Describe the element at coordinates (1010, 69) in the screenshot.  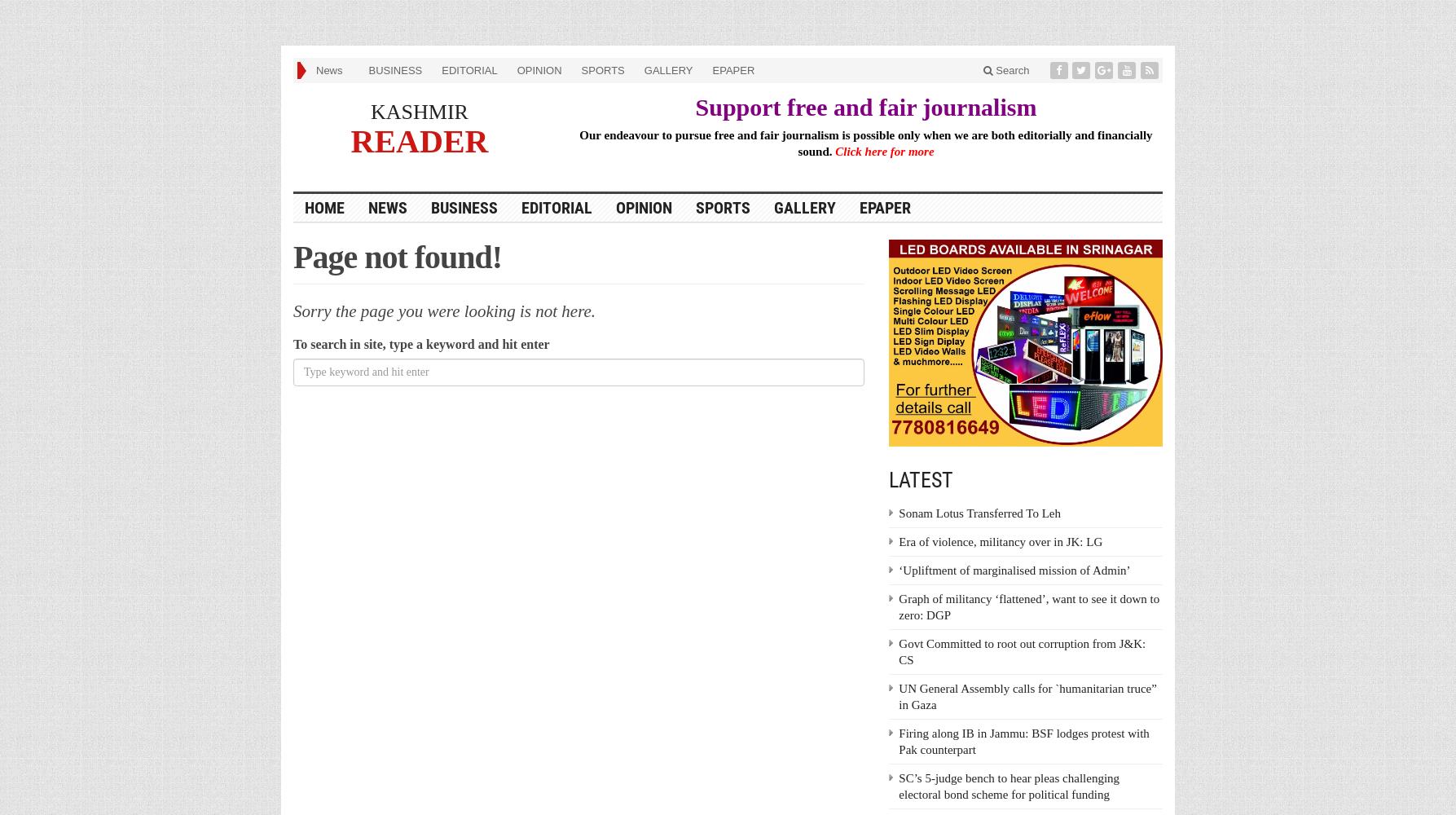
I see `'Search'` at that location.